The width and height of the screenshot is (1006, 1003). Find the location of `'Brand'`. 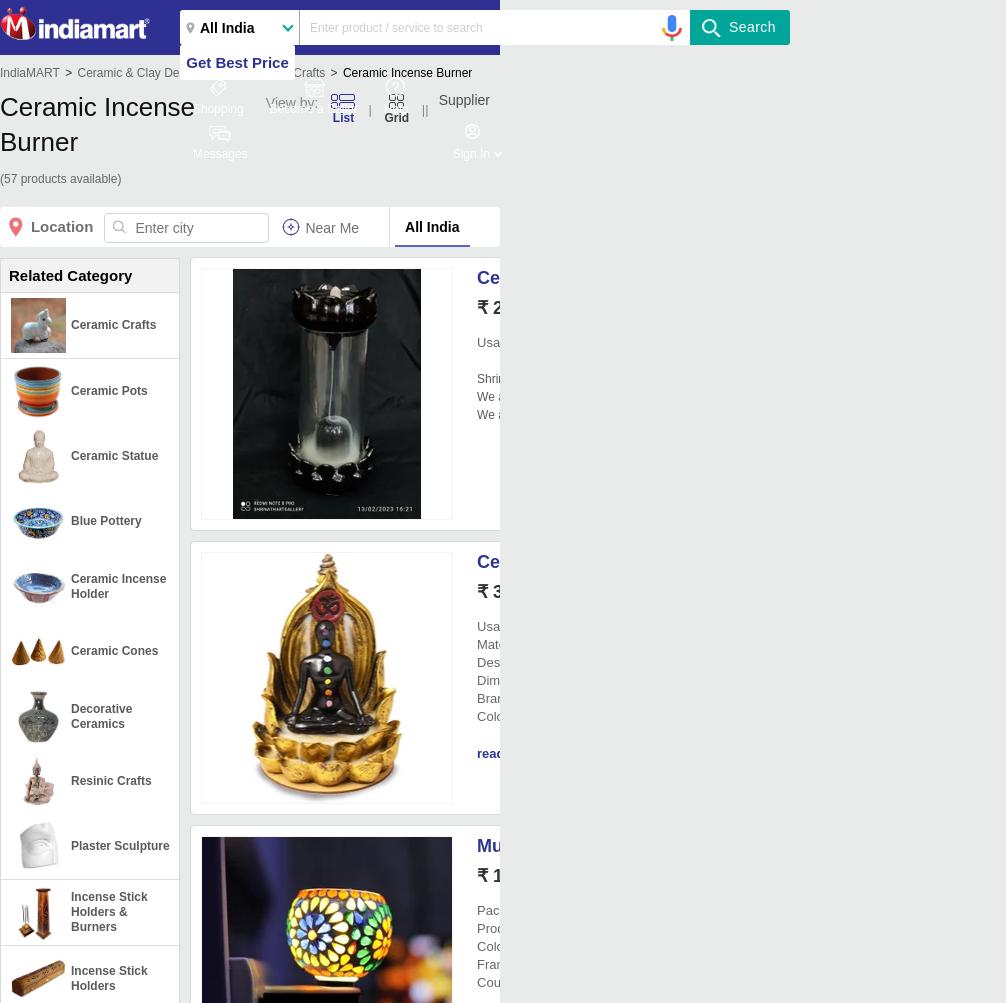

'Brand' is located at coordinates (493, 698).